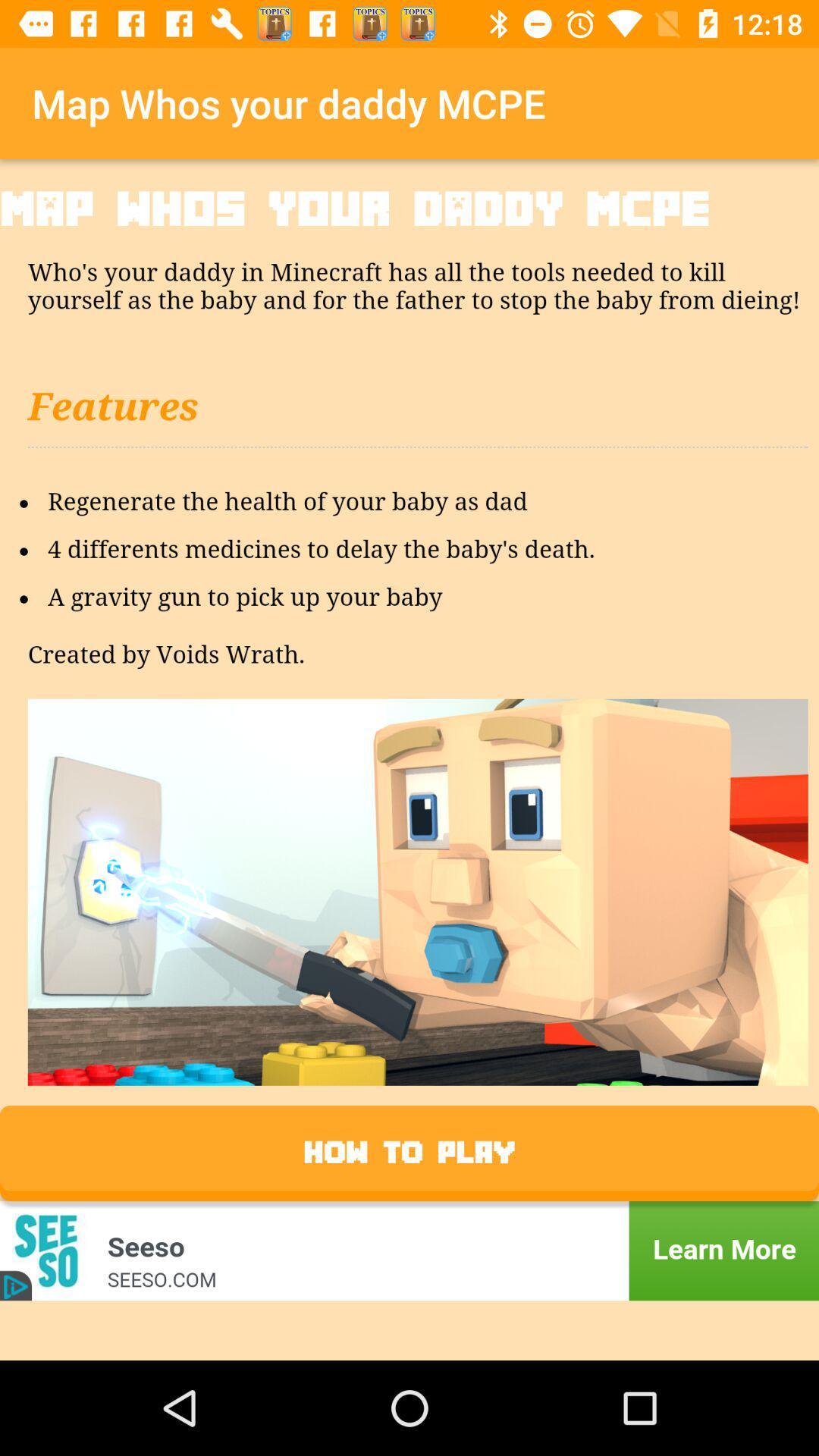 The image size is (819, 1456). Describe the element at coordinates (409, 1250) in the screenshot. I see `advertisement` at that location.